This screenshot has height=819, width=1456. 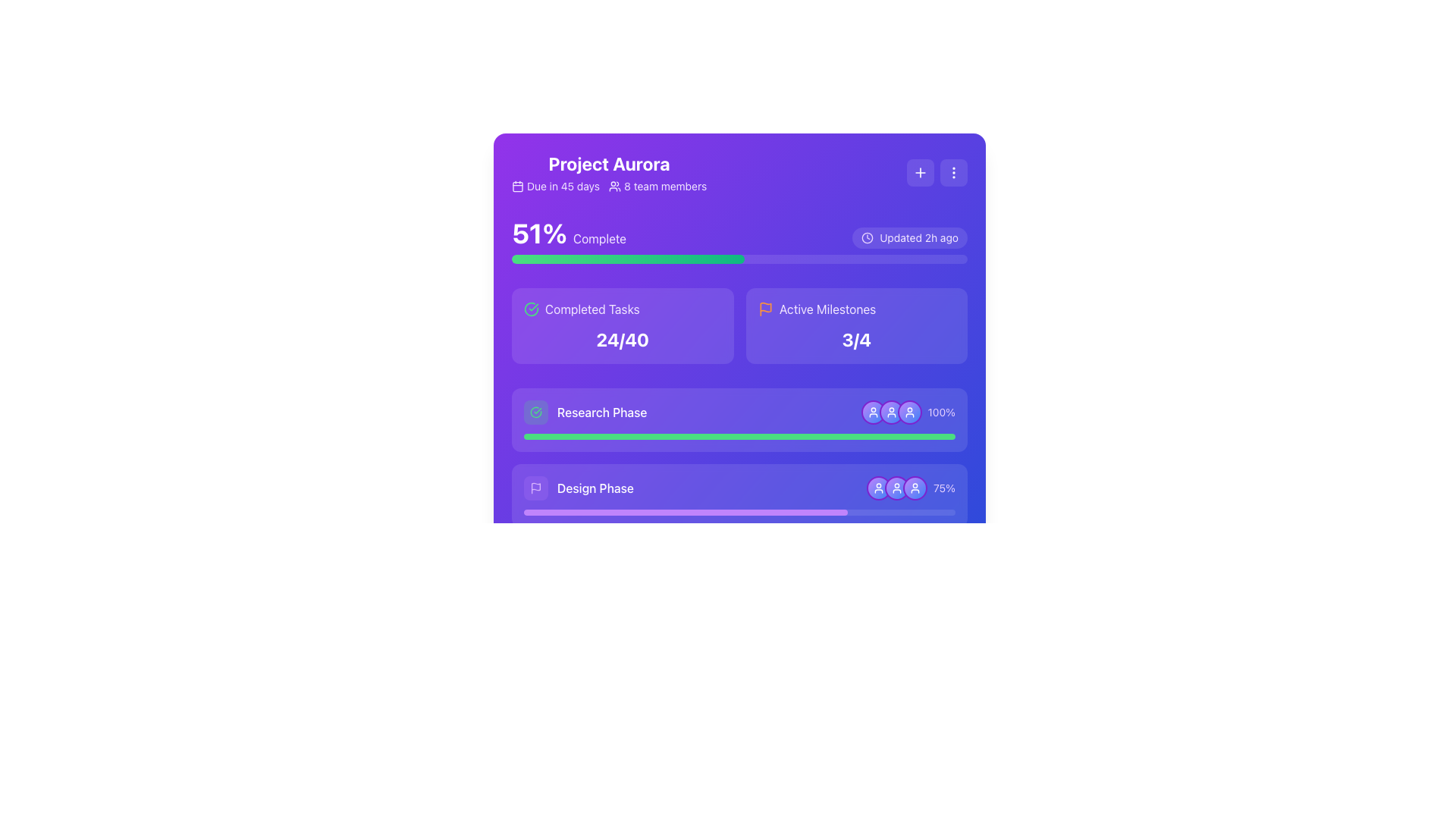 What do you see at coordinates (952, 171) in the screenshot?
I see `the vertical ellipsis icon located in the top-right section of the interface` at bounding box center [952, 171].